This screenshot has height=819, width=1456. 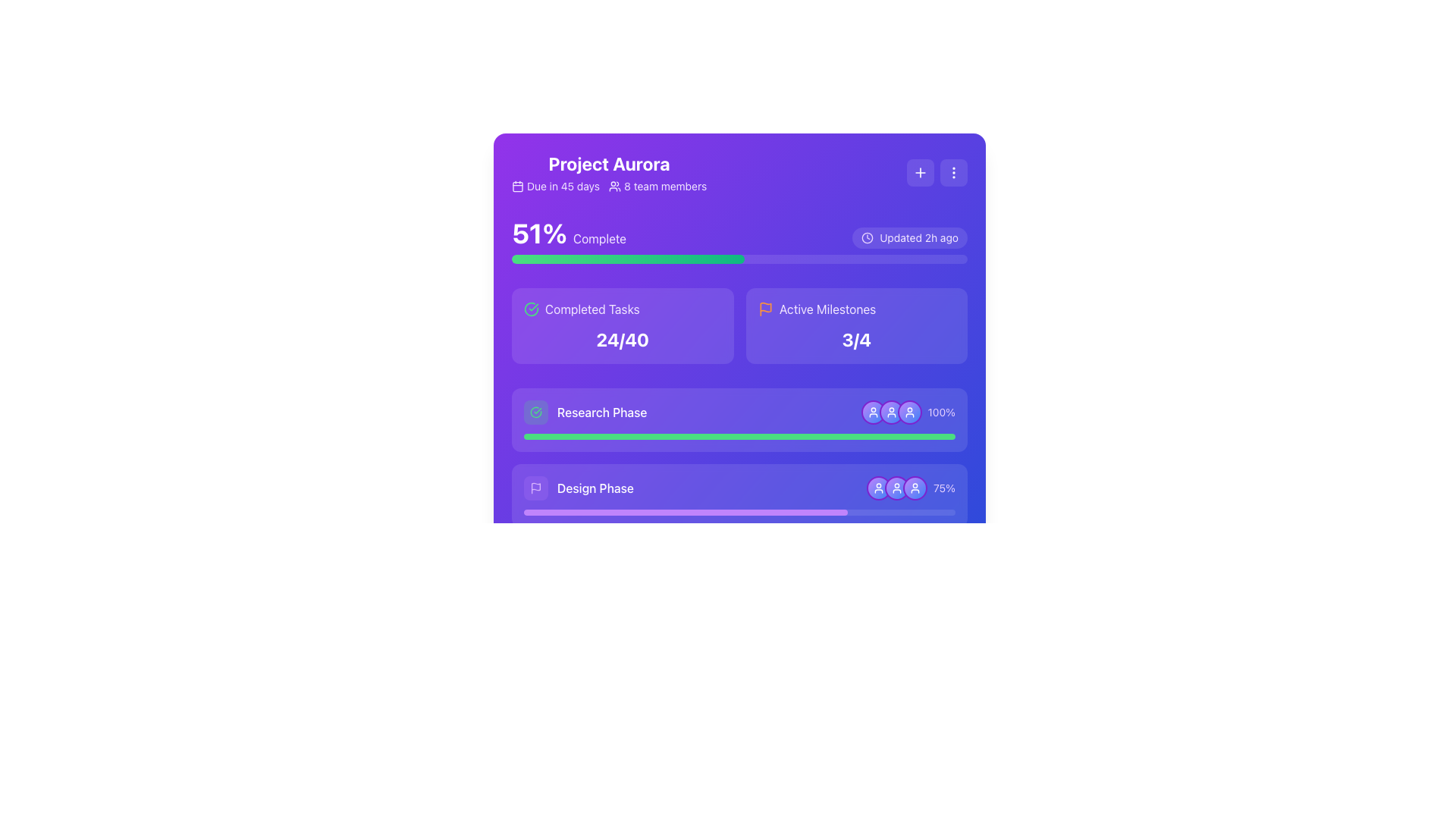 What do you see at coordinates (952, 171) in the screenshot?
I see `the vertical ellipsis icon located in the top-right section of the interface` at bounding box center [952, 171].